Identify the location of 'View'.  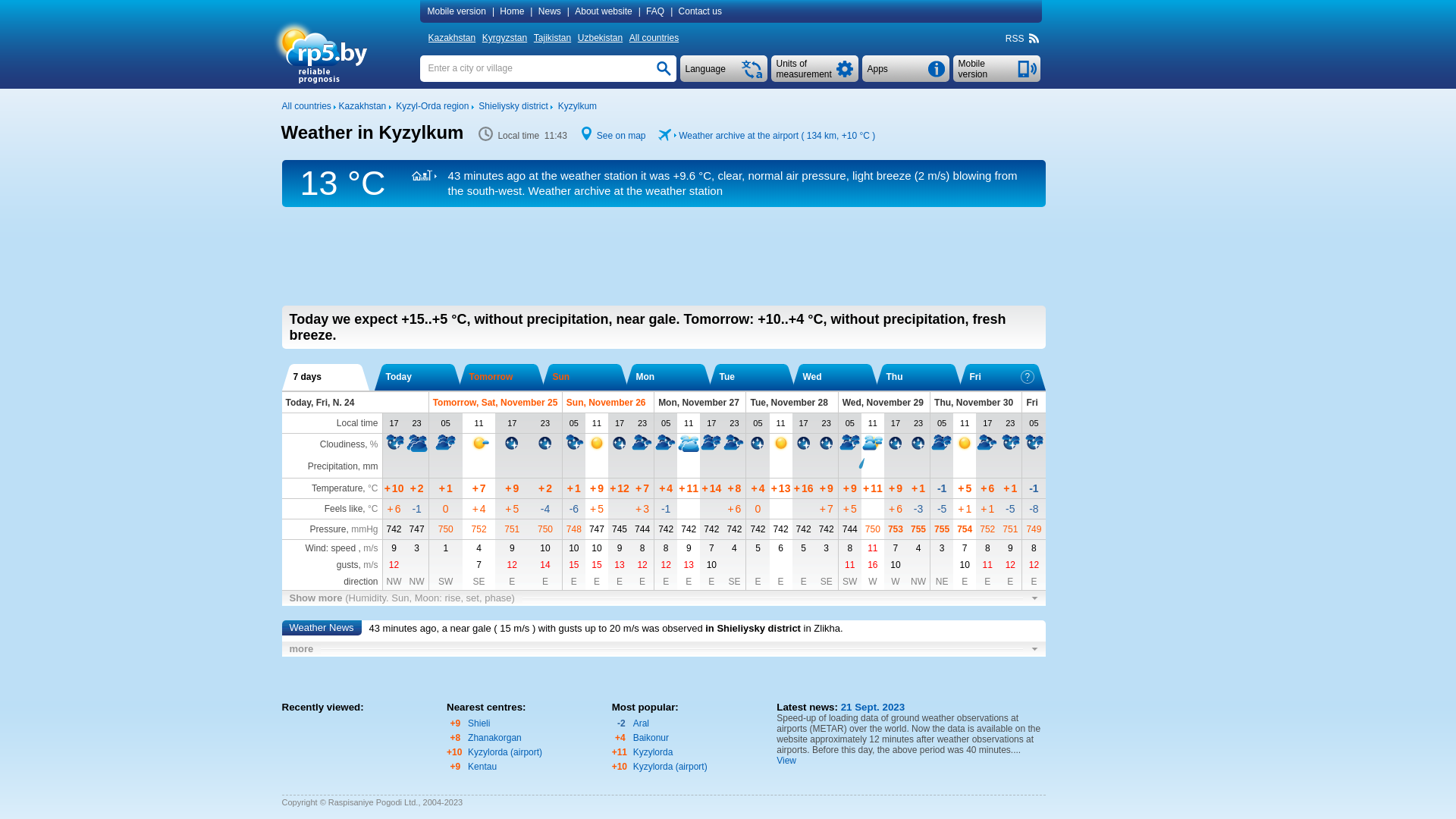
(776, 760).